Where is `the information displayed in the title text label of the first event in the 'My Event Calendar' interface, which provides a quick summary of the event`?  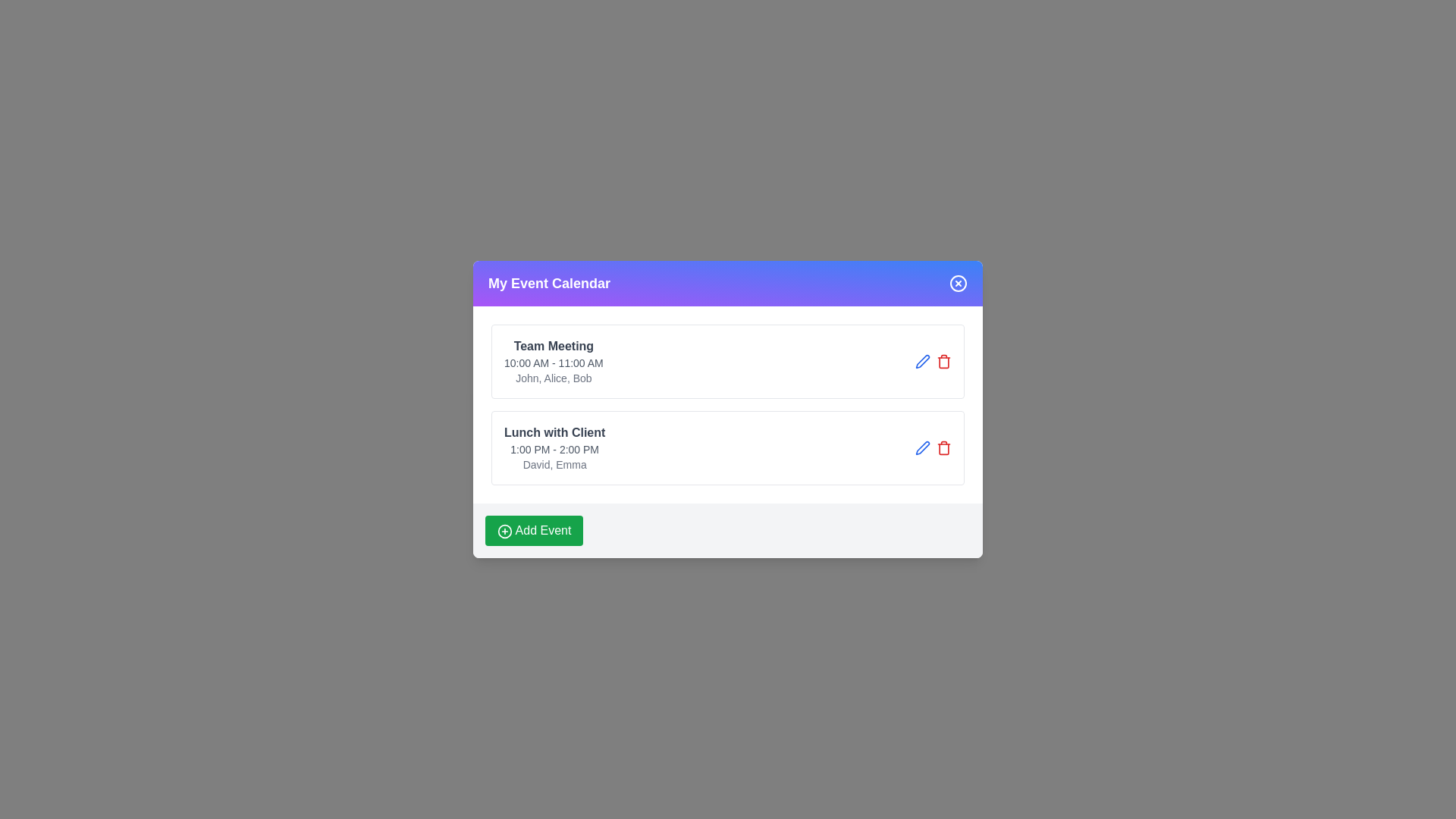
the information displayed in the title text label of the first event in the 'My Event Calendar' interface, which provides a quick summary of the event is located at coordinates (553, 346).